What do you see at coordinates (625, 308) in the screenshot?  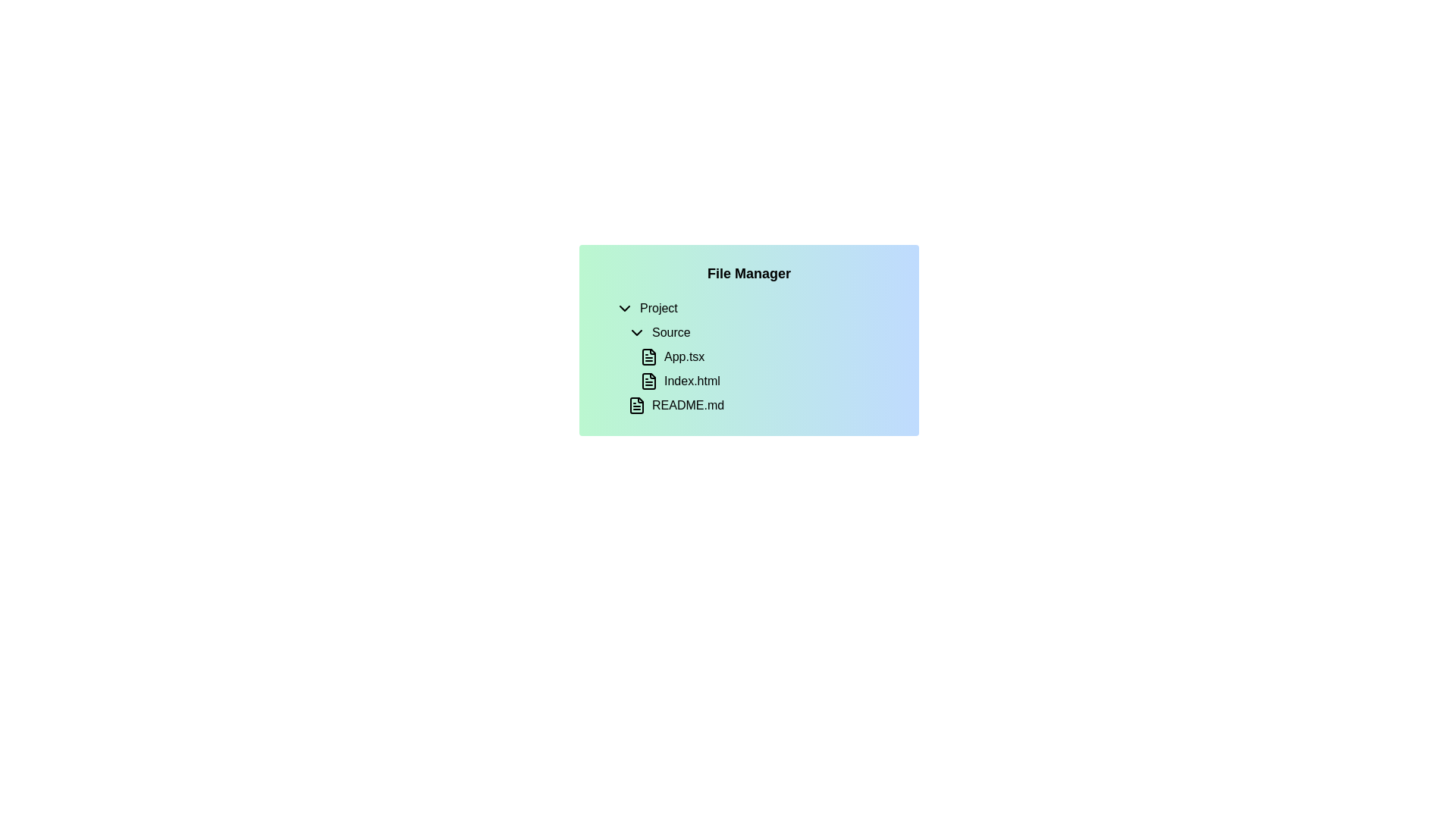 I see `the downward-facing chevron icon` at bounding box center [625, 308].